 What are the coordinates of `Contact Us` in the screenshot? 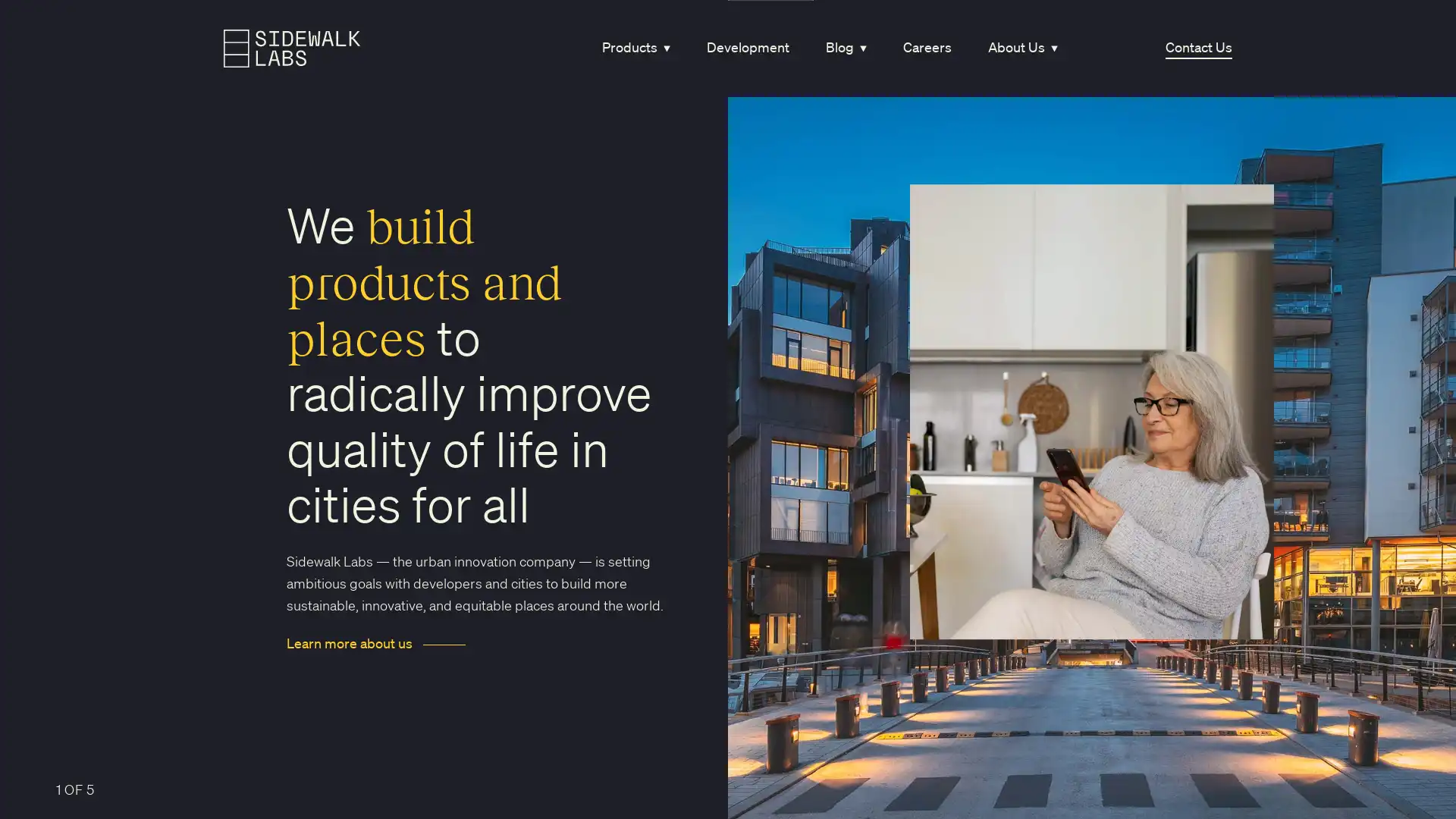 It's located at (1197, 47).